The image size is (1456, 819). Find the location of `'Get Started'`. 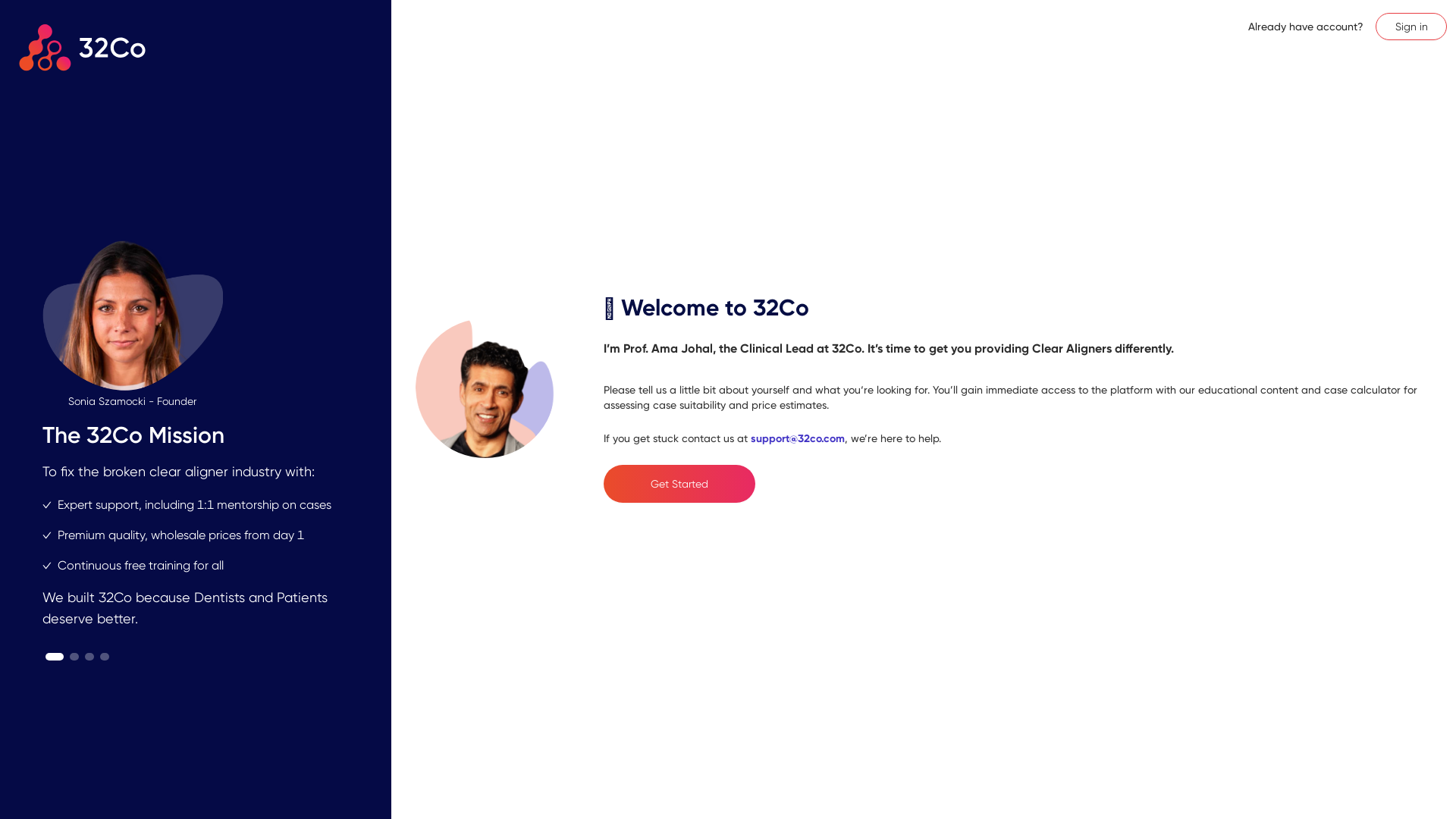

'Get Started' is located at coordinates (679, 482).